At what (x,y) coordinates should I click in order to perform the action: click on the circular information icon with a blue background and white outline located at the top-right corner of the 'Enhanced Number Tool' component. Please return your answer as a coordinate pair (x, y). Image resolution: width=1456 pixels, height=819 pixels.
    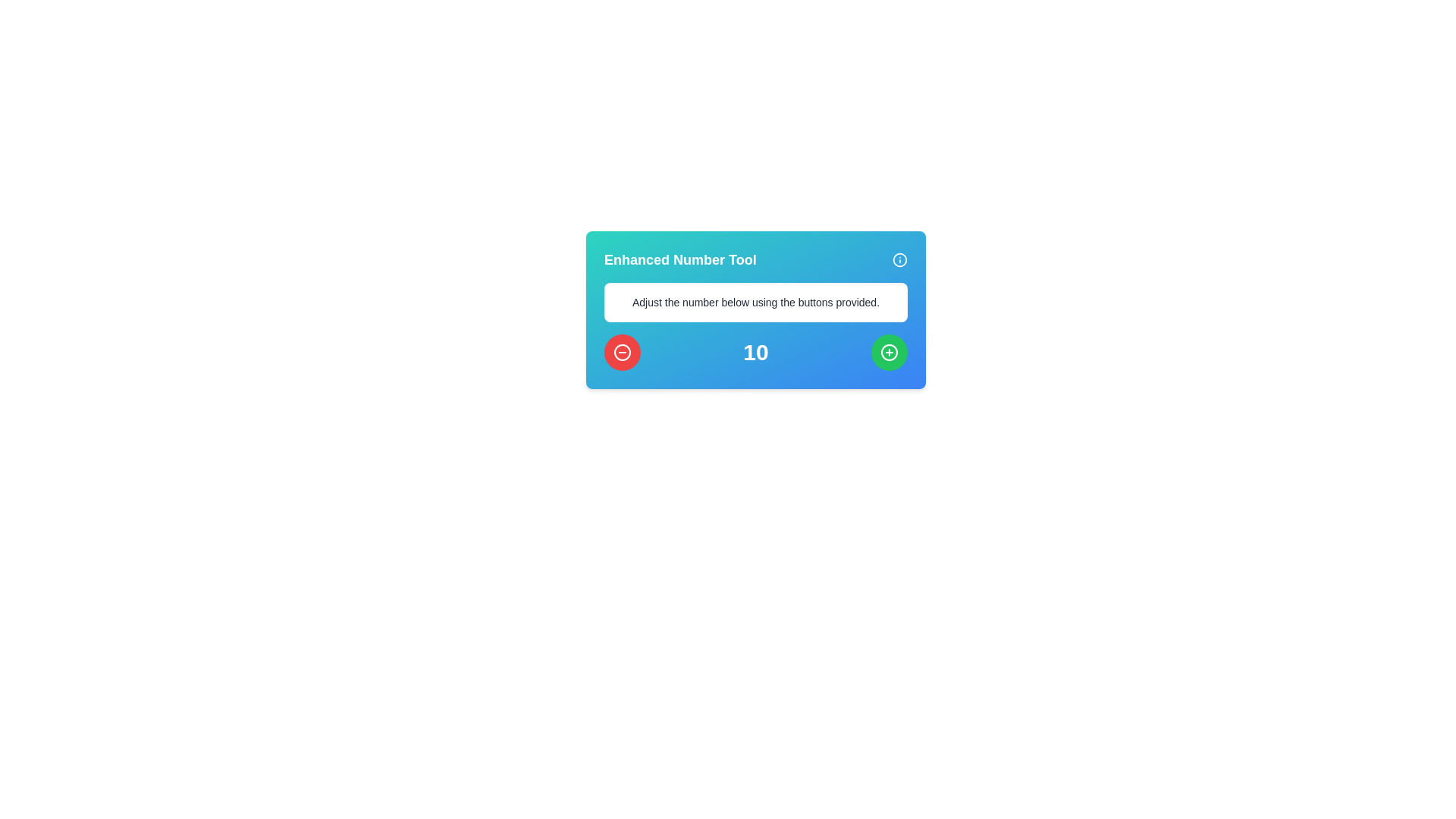
    Looking at the image, I should click on (899, 259).